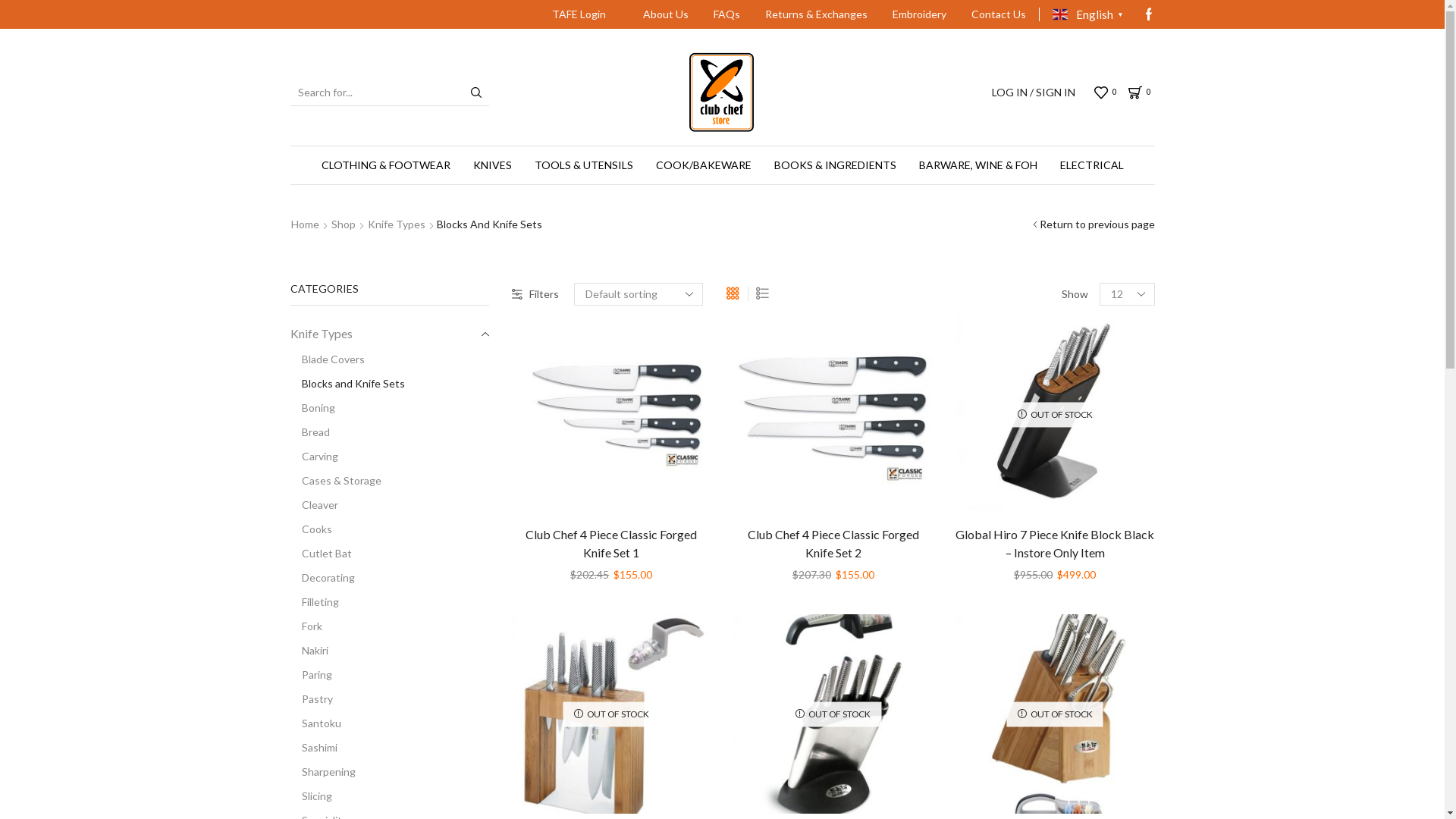  What do you see at coordinates (918, 14) in the screenshot?
I see `'Embroidery'` at bounding box center [918, 14].